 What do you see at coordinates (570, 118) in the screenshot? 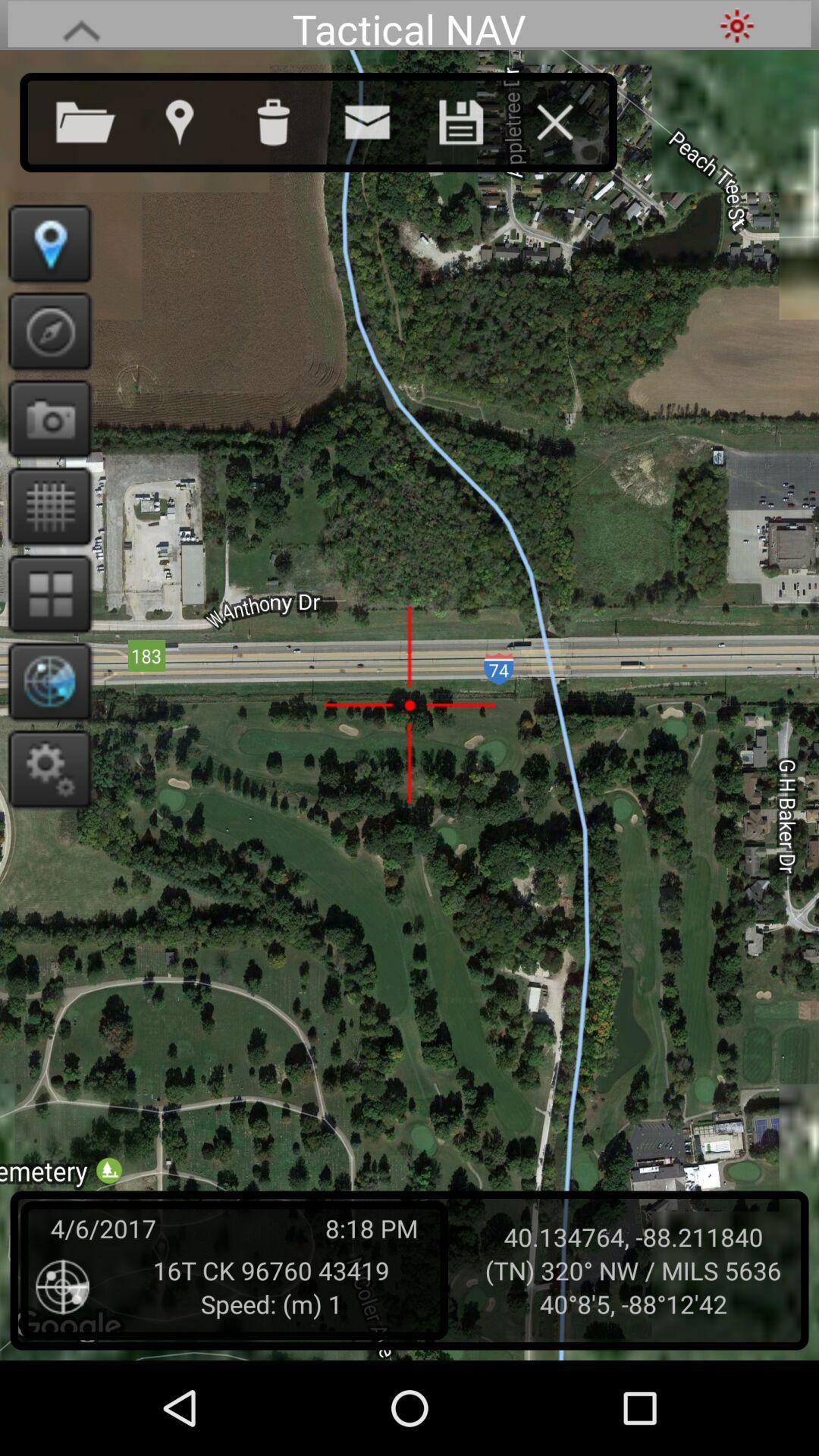
I see `exit navigation` at bounding box center [570, 118].